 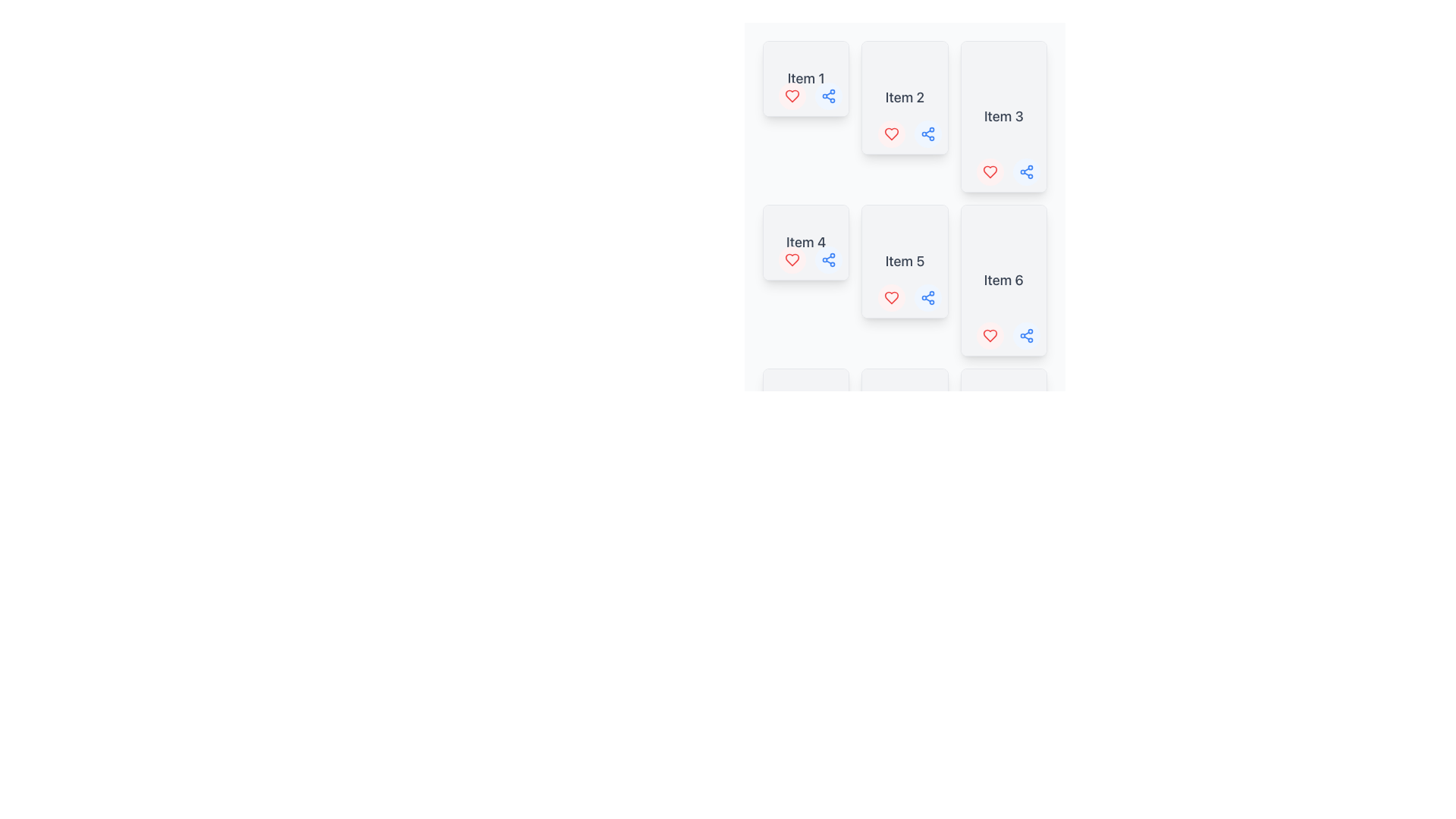 What do you see at coordinates (792, 96) in the screenshot?
I see `the red-stroked heart icon located in the bottom row of 'Item 1' card` at bounding box center [792, 96].